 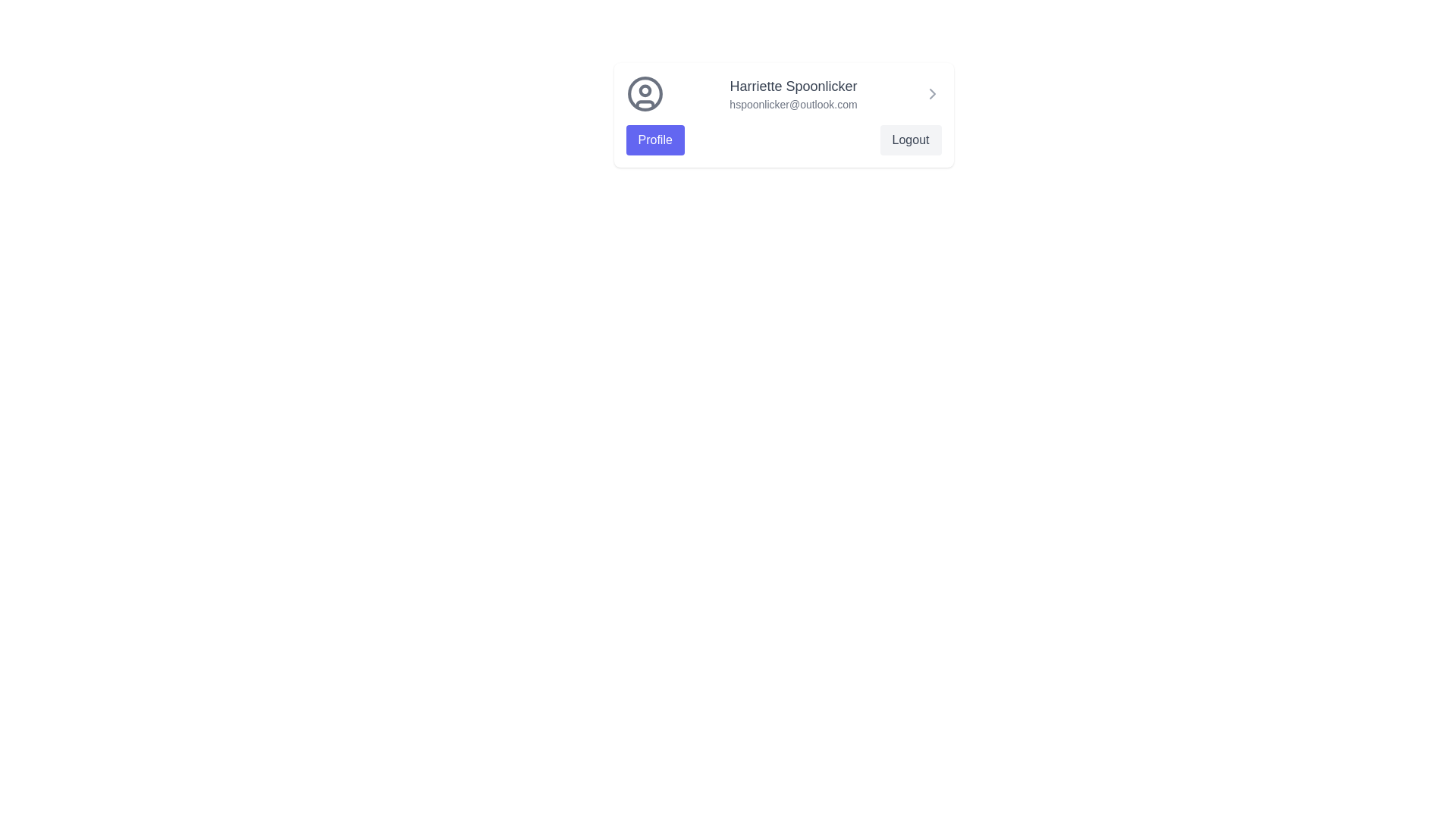 What do you see at coordinates (792, 86) in the screenshot?
I see `the Text Label displaying the name 'Harriette Spoonlicker', which is positioned at the top center of the user information card` at bounding box center [792, 86].